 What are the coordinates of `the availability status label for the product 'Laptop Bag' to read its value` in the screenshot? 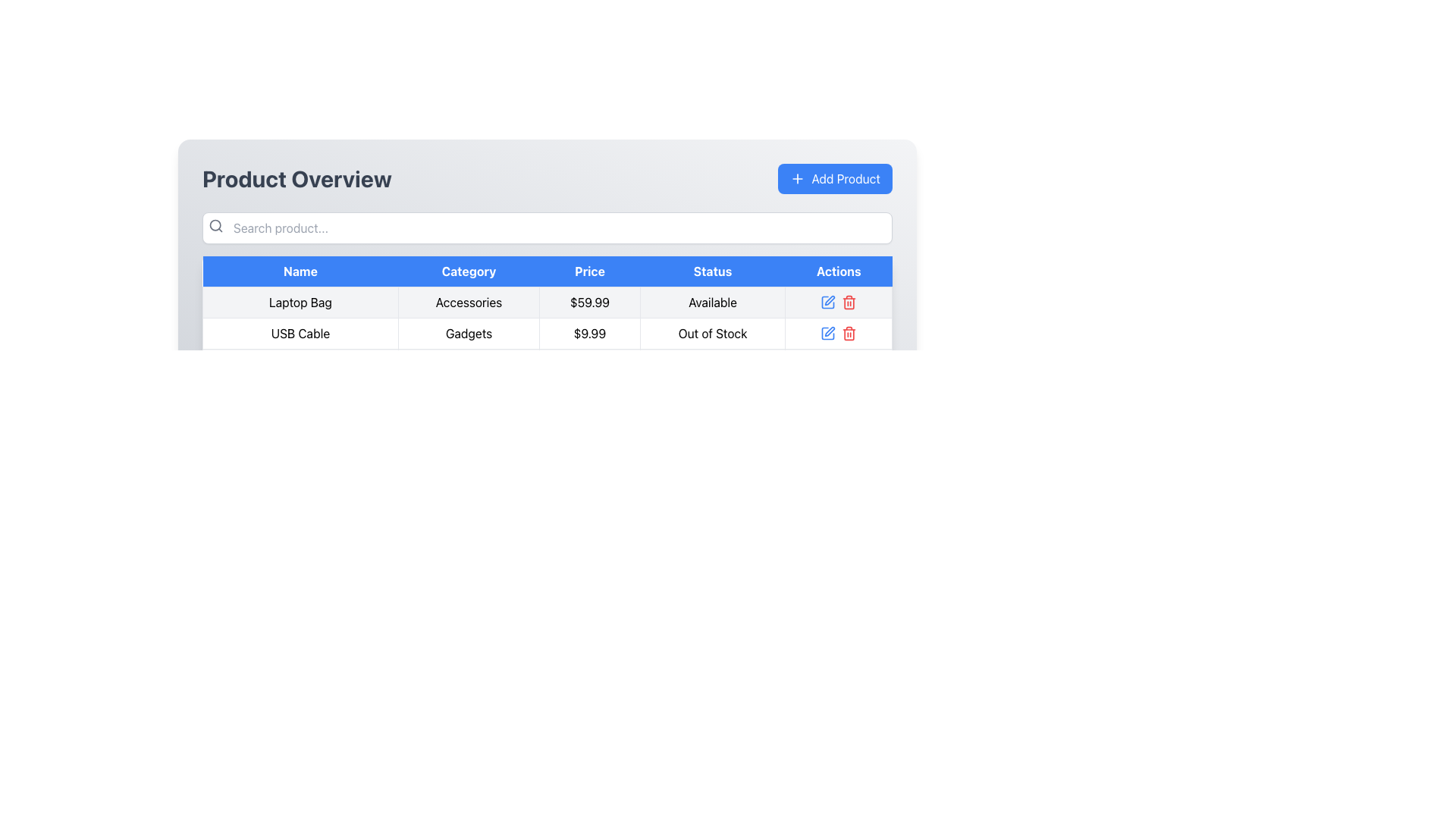 It's located at (712, 302).